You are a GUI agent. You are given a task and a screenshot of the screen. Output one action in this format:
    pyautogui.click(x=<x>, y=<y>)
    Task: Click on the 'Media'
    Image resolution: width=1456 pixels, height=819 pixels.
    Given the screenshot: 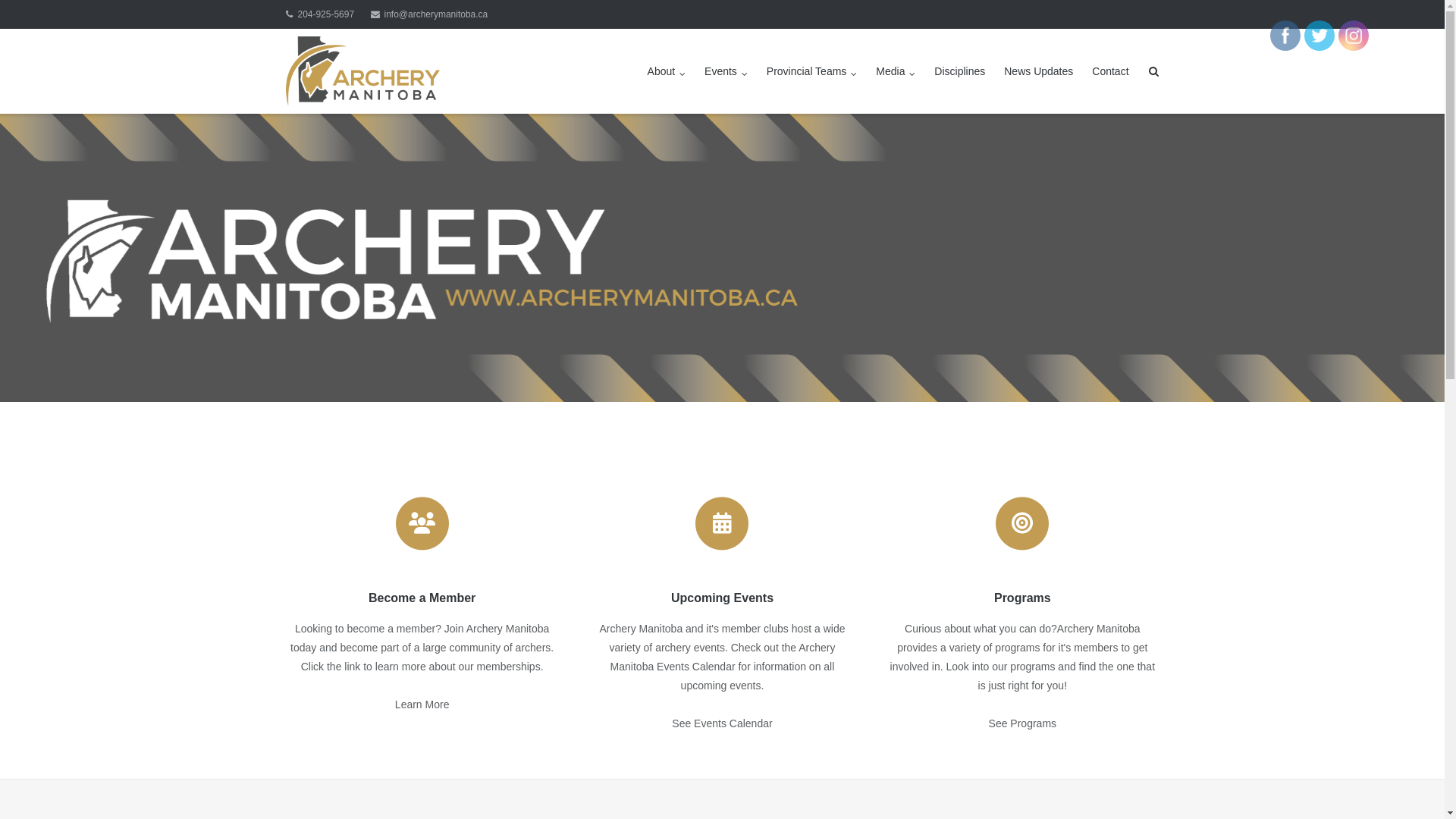 What is the action you would take?
    pyautogui.click(x=876, y=71)
    